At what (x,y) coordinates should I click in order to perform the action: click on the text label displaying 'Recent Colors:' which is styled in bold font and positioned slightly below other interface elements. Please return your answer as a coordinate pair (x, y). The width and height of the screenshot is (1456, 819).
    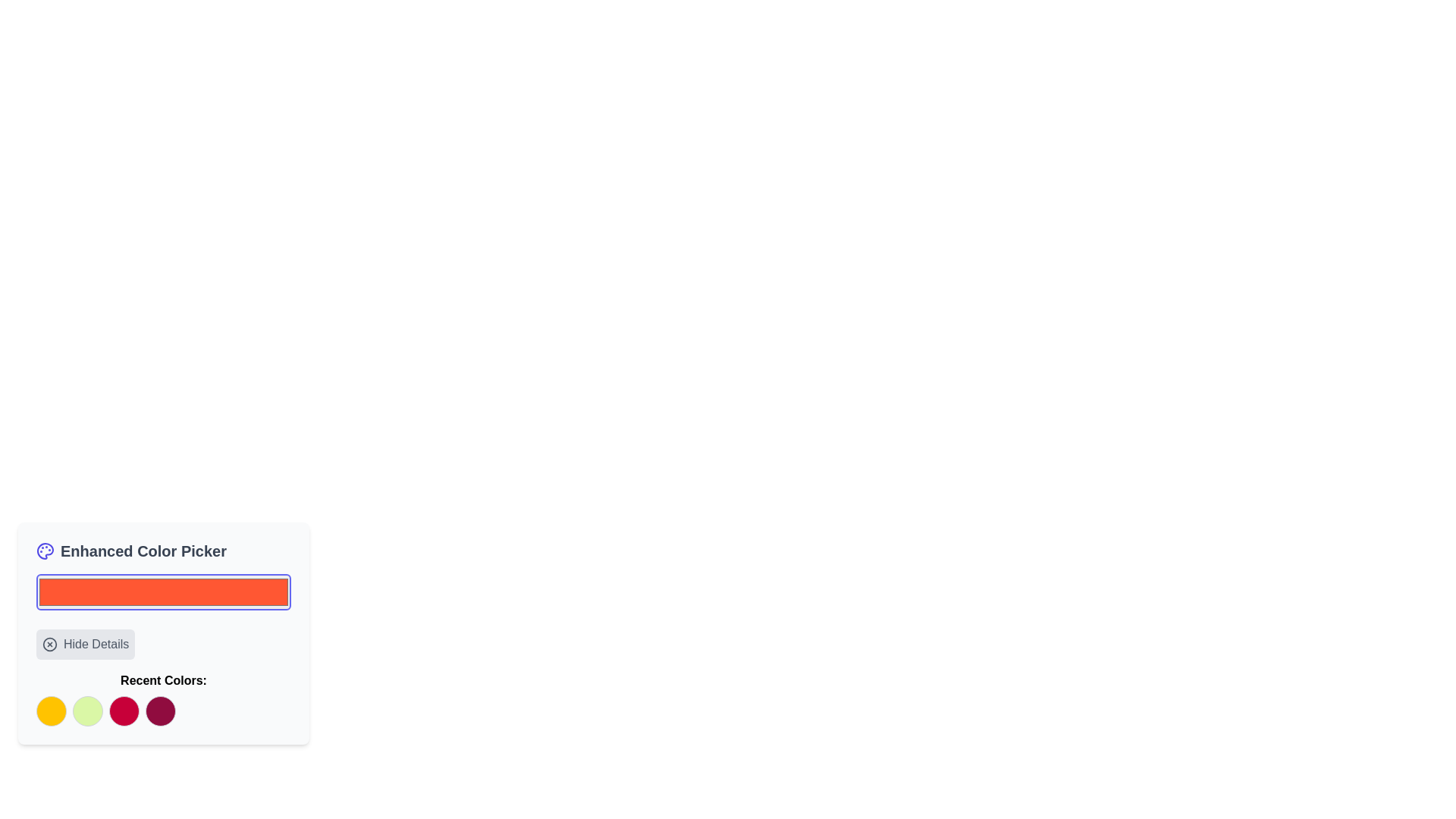
    Looking at the image, I should click on (164, 680).